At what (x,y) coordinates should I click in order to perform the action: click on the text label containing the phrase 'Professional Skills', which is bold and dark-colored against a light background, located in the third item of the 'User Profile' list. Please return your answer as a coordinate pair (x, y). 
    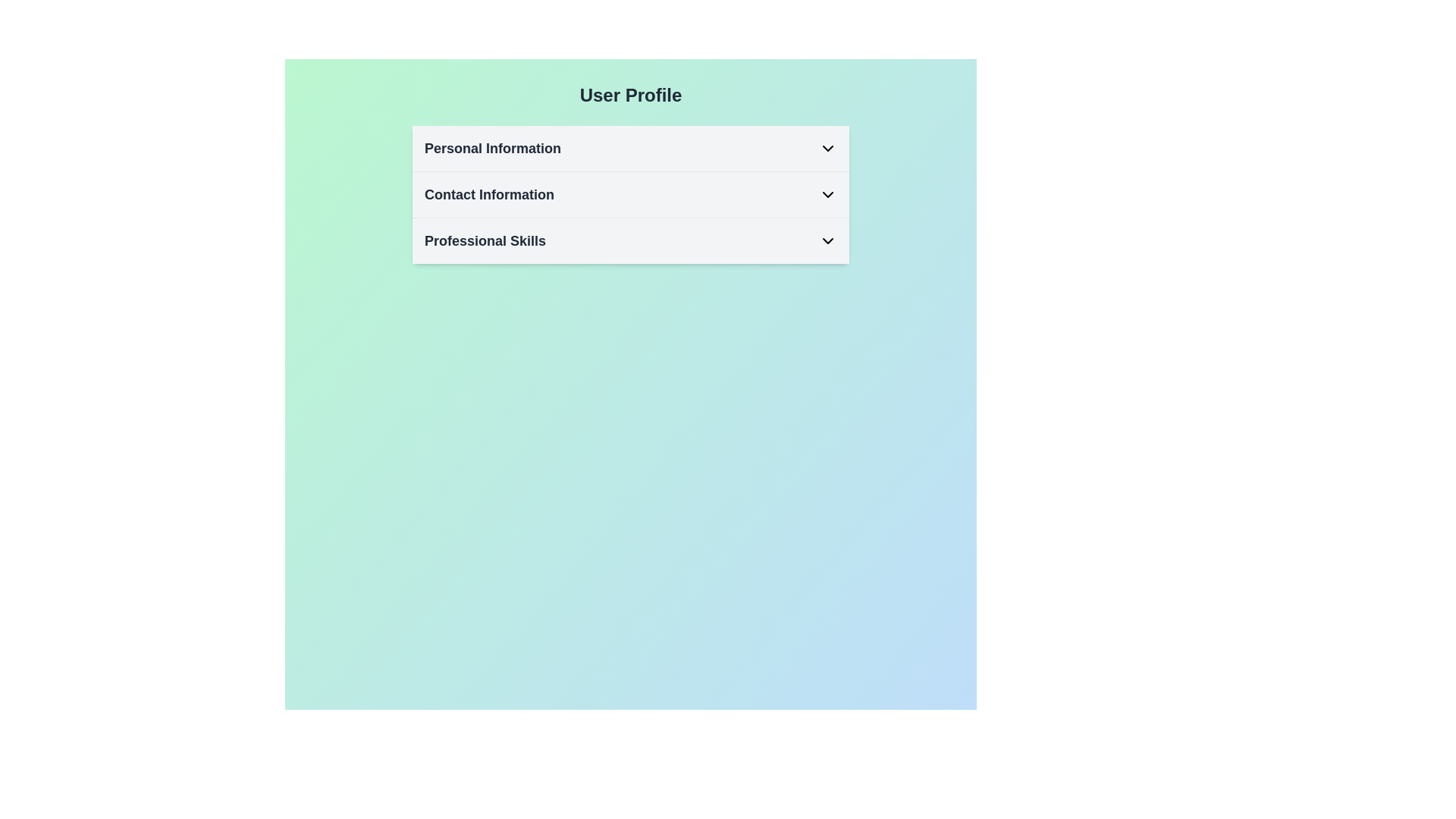
    Looking at the image, I should click on (485, 240).